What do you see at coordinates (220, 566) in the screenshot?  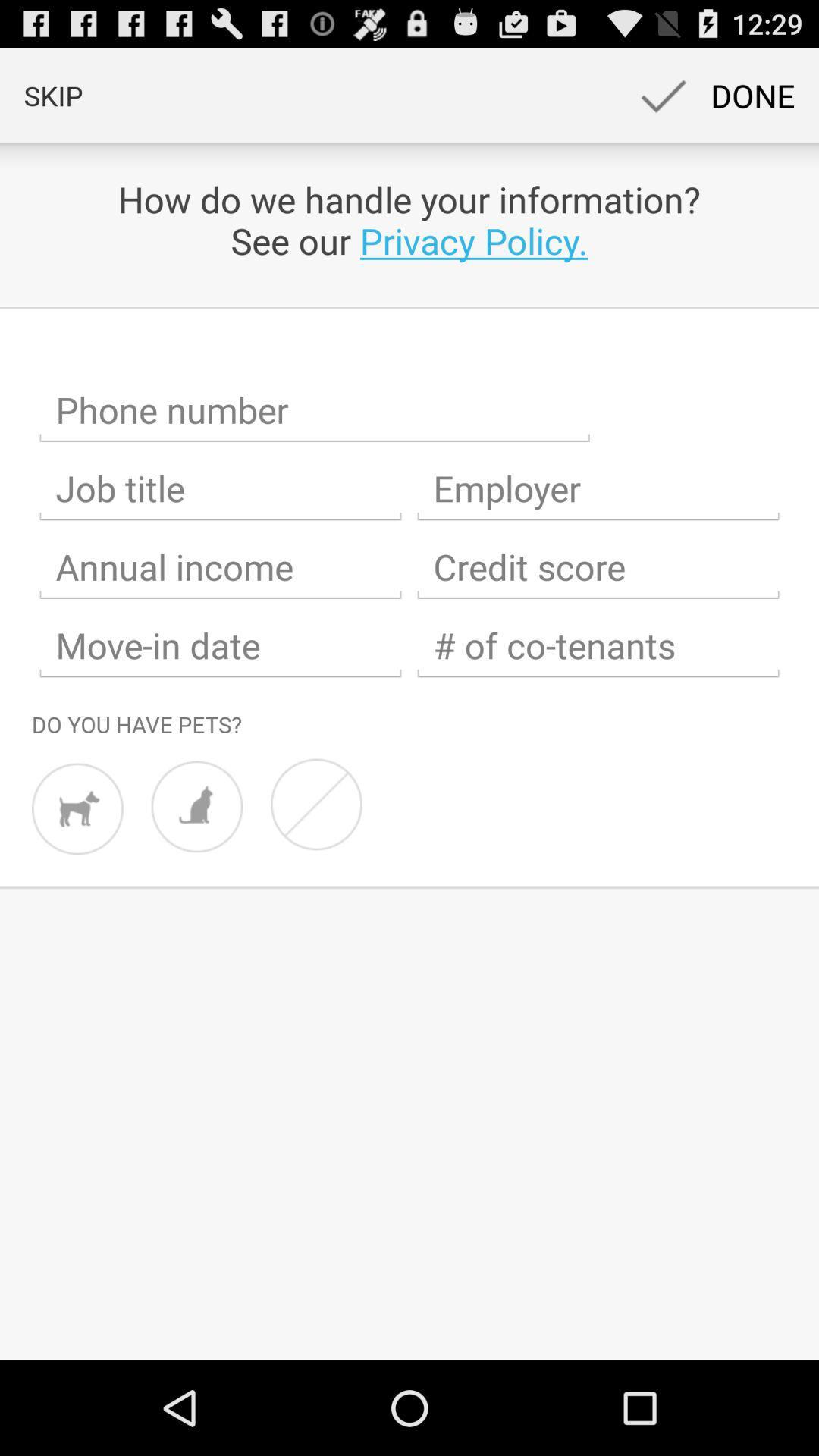 I see `user information box` at bounding box center [220, 566].